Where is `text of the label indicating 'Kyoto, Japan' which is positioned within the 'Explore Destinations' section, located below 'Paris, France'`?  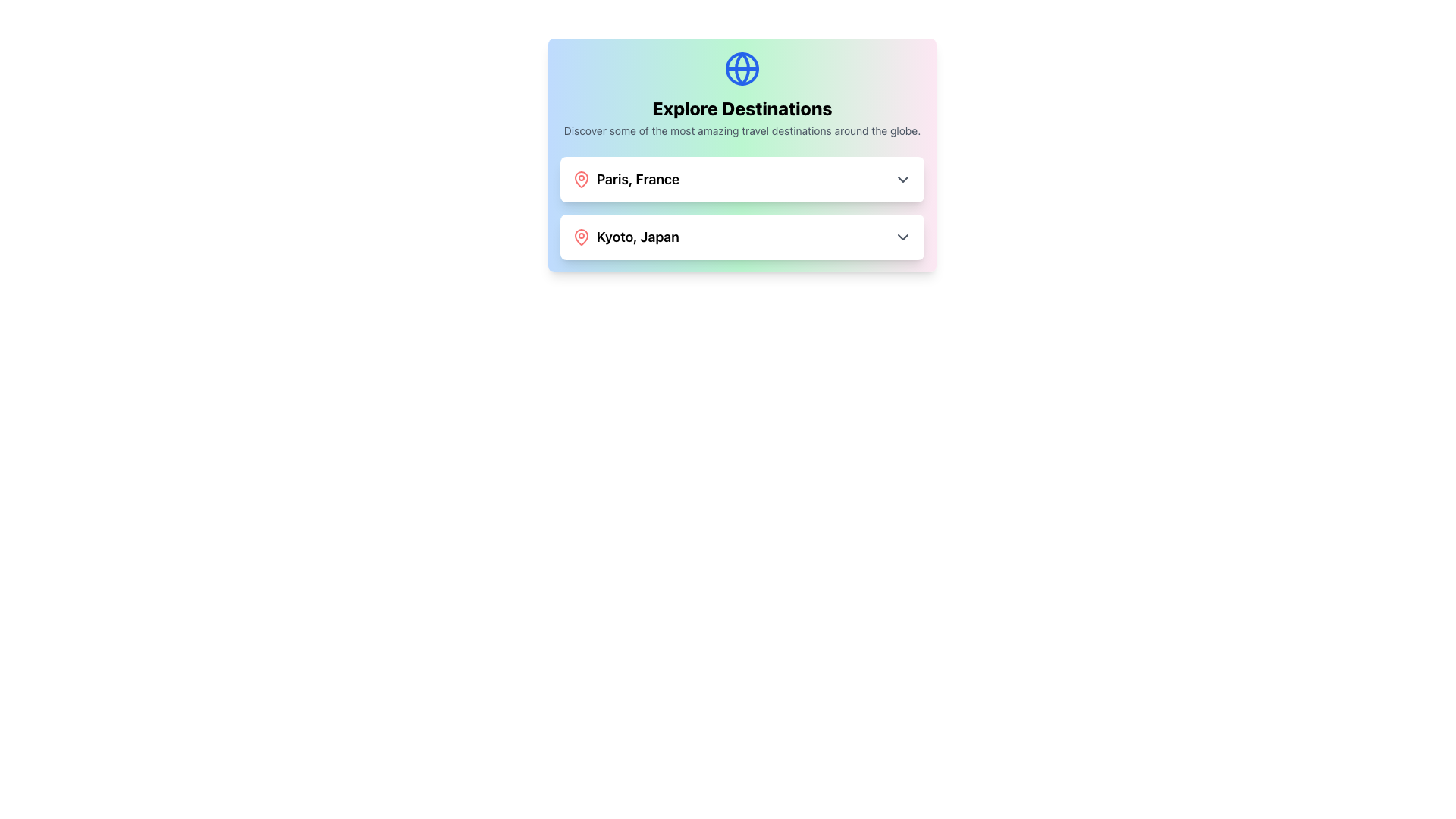
text of the label indicating 'Kyoto, Japan' which is positioned within the 'Explore Destinations' section, located below 'Paris, France' is located at coordinates (626, 237).